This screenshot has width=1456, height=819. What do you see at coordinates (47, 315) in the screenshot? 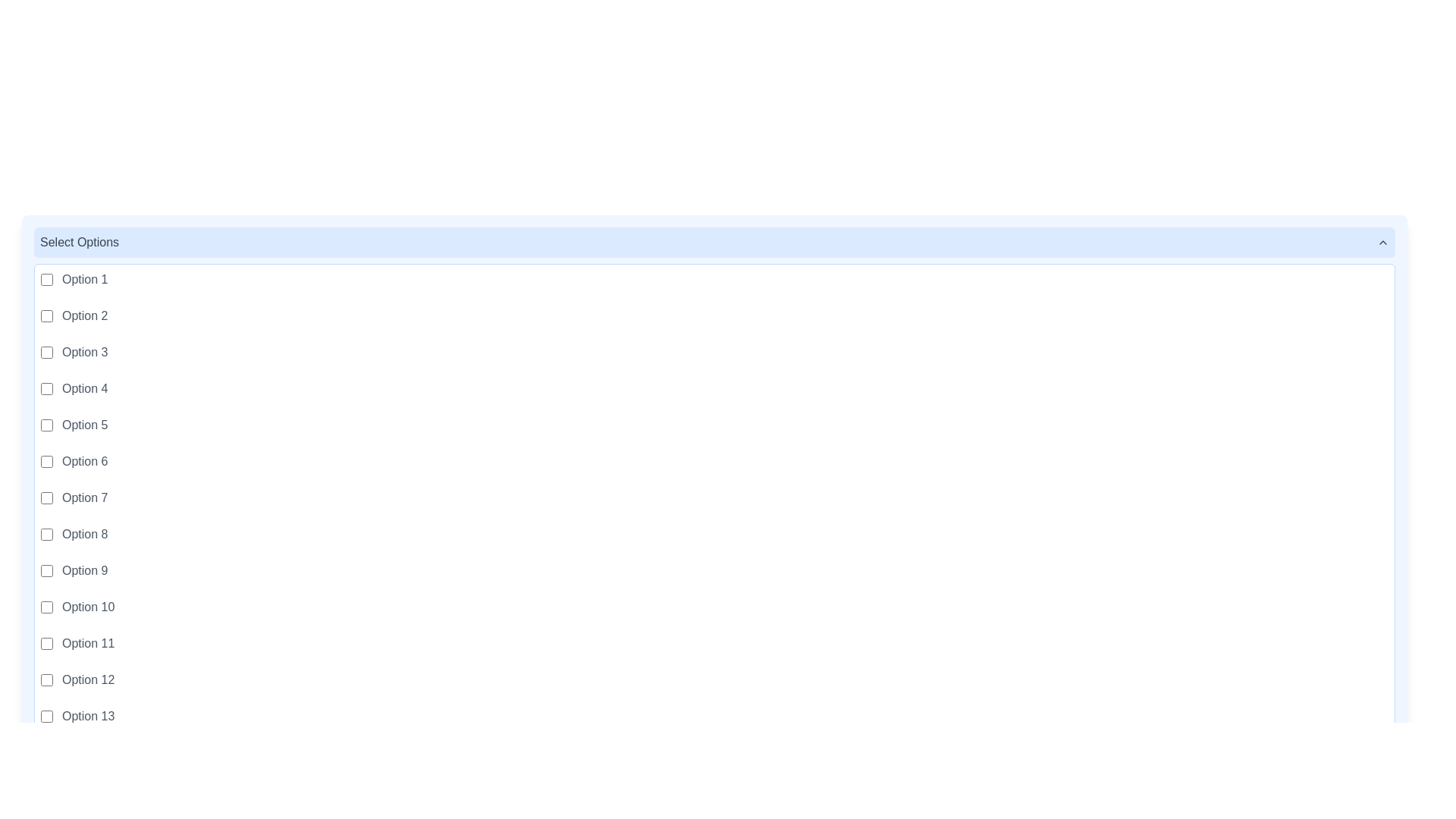
I see `the second checkbox labeled 'Option 2' in the vertical list of options beneath 'Select Options'` at bounding box center [47, 315].